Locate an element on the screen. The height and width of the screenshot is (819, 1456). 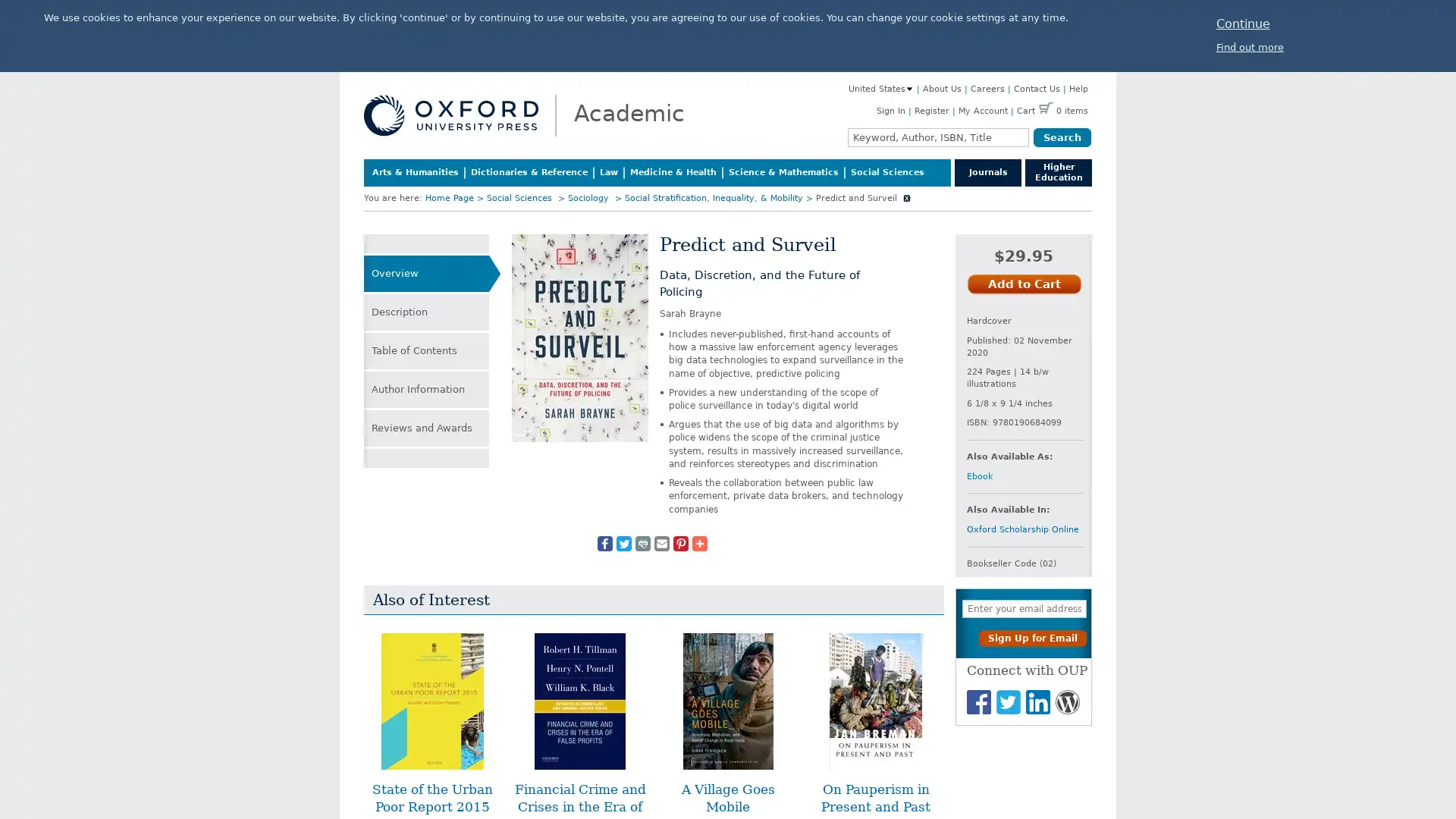
Share to Email is located at coordinates (661, 542).